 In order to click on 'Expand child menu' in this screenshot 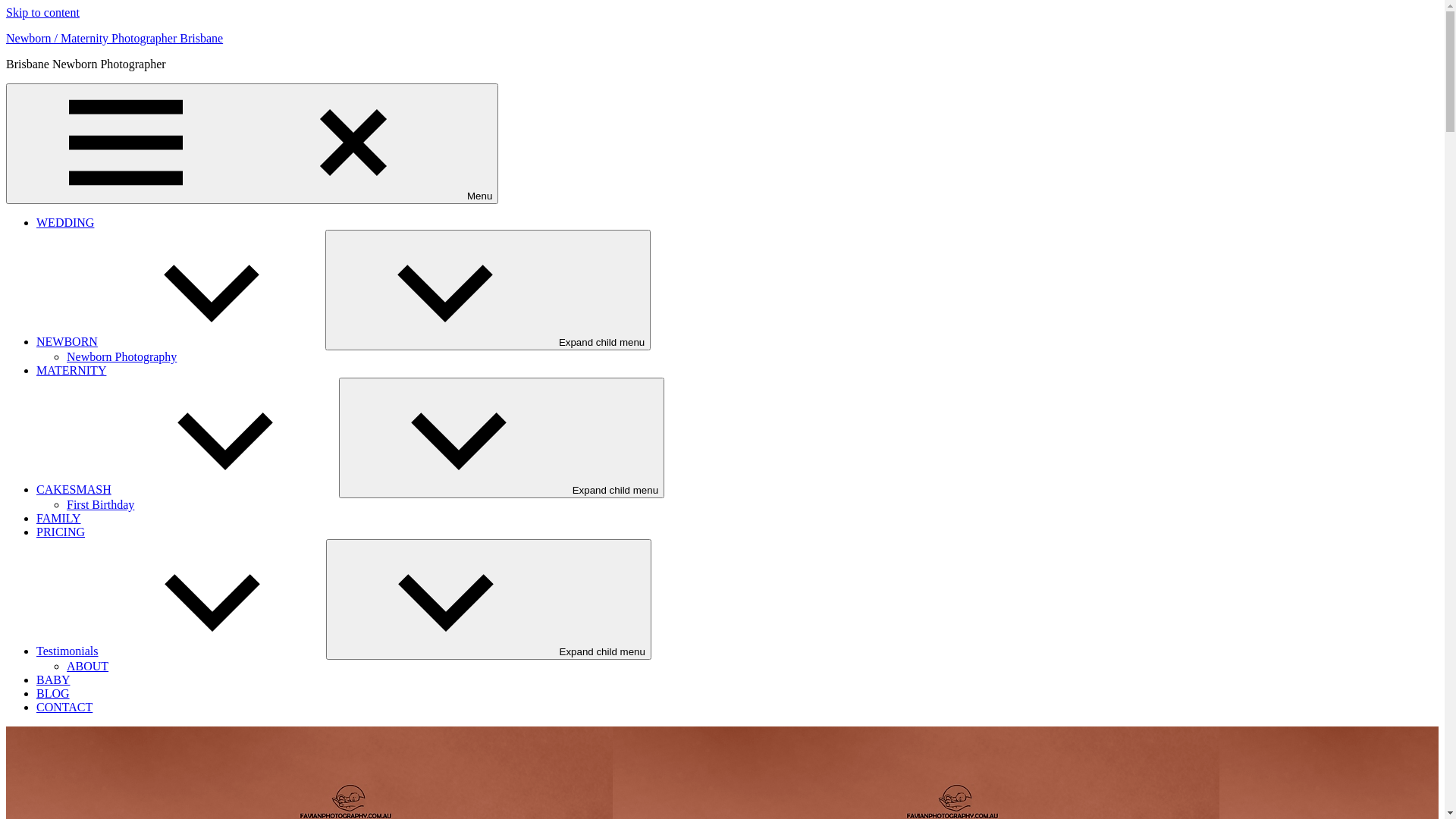, I will do `click(488, 290)`.